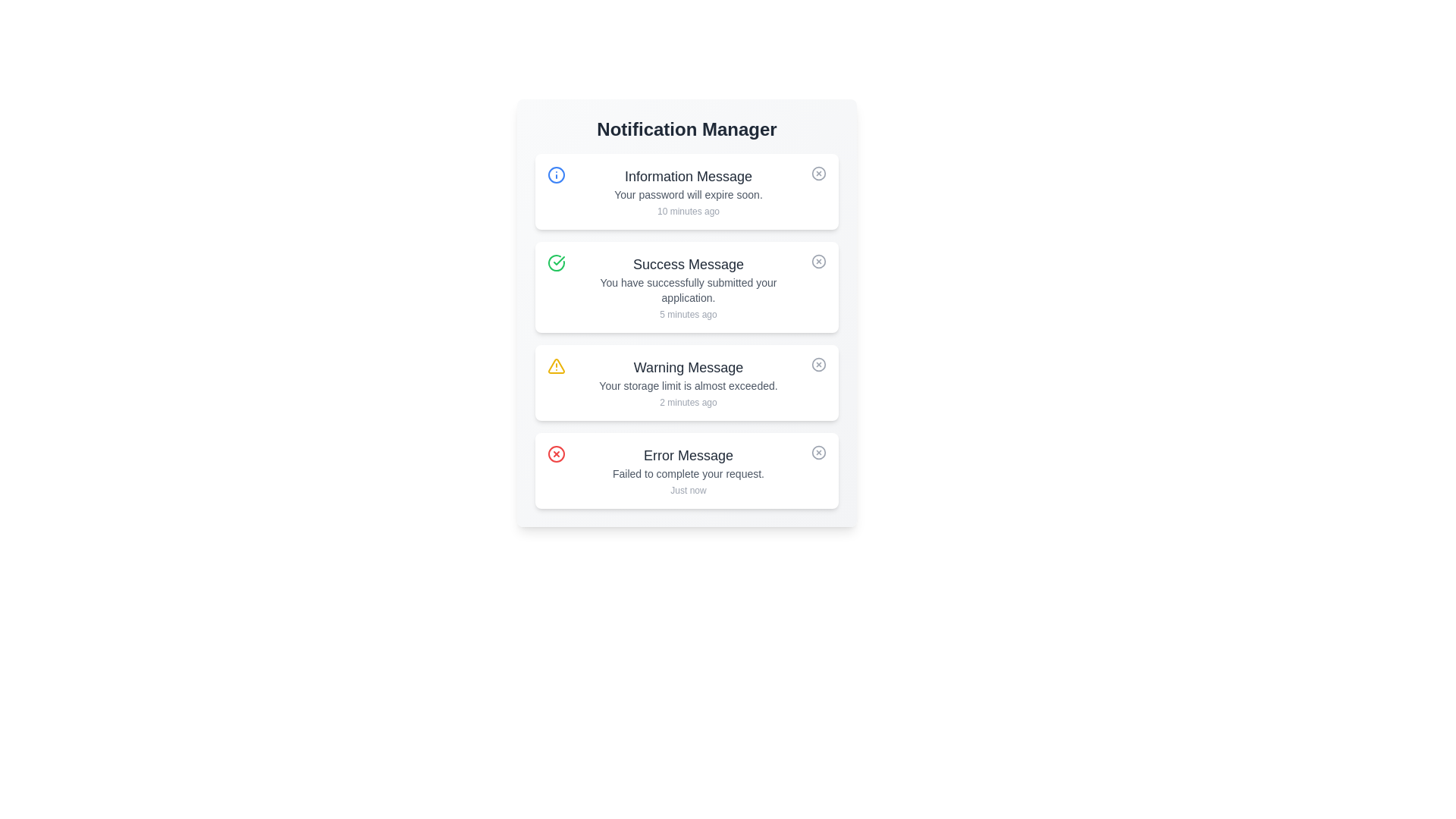 The height and width of the screenshot is (819, 1456). I want to click on the descriptive text label within the 'Error Message' notification panel, located beneath the main heading 'Error Message' and above the timestamp 'Just now', so click(687, 472).